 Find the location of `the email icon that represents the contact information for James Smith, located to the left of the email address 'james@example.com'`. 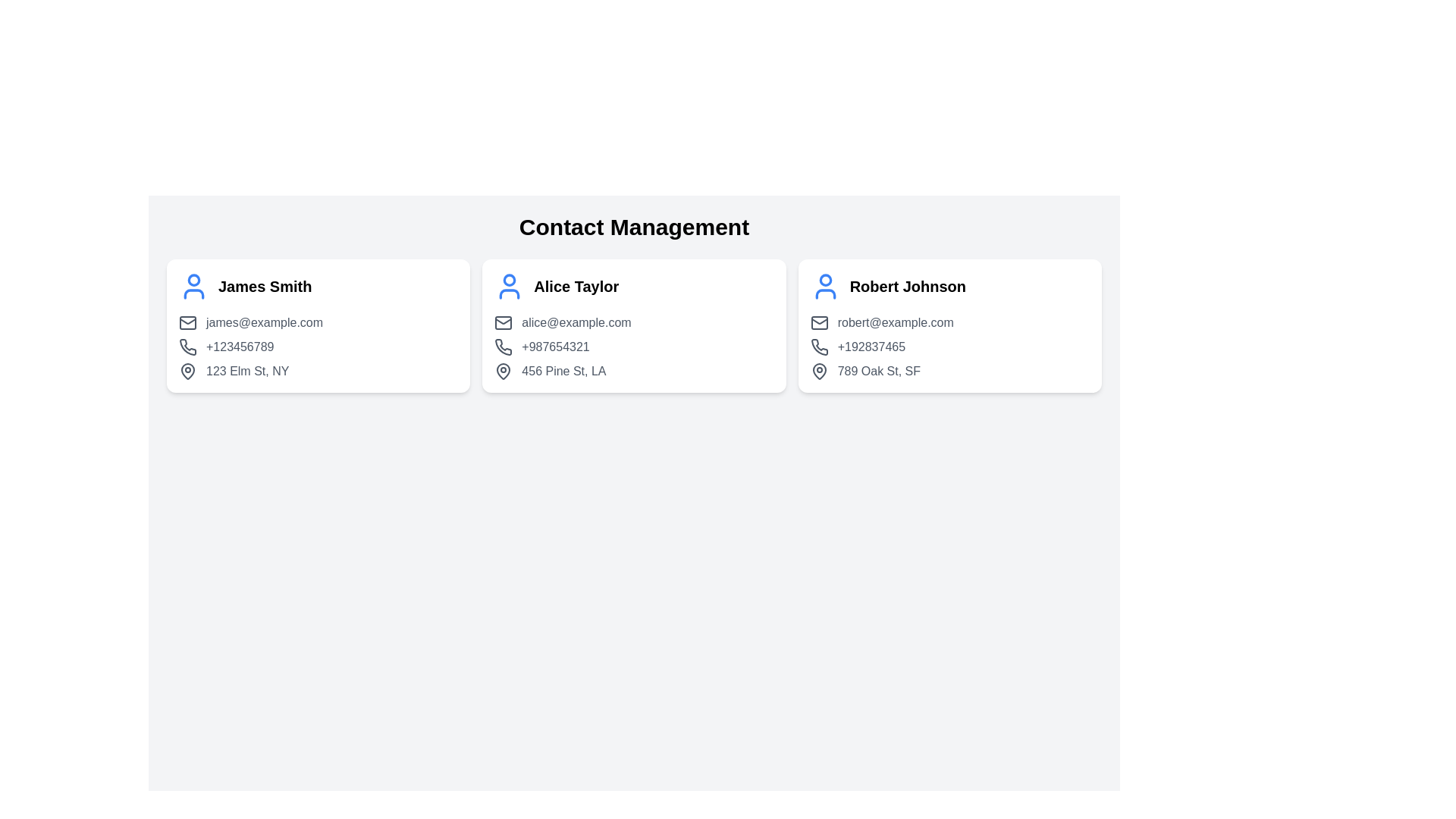

the email icon that represents the contact information for James Smith, located to the left of the email address 'james@example.com' is located at coordinates (187, 322).